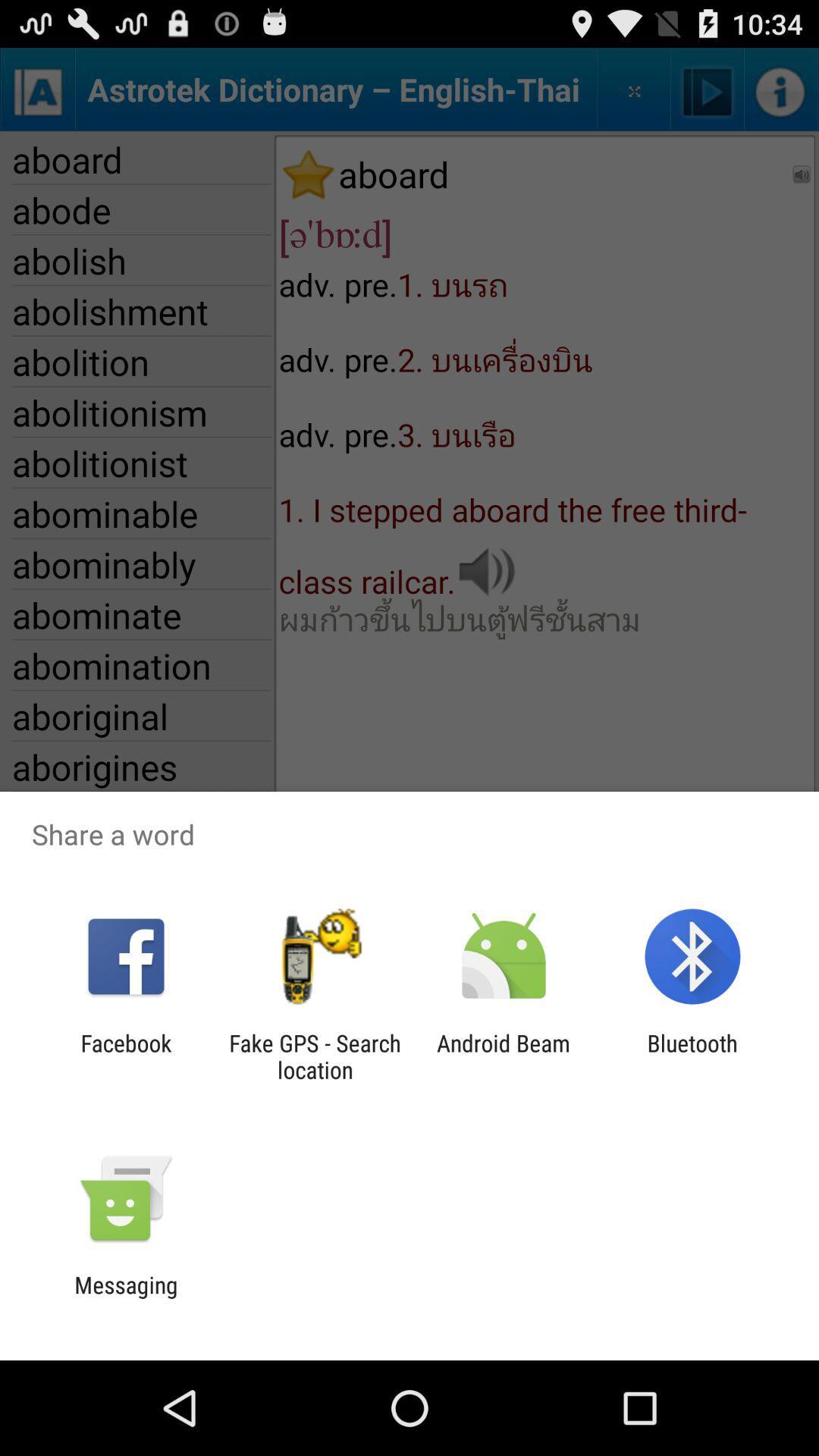 Image resolution: width=819 pixels, height=1456 pixels. I want to click on the facebook, so click(125, 1056).